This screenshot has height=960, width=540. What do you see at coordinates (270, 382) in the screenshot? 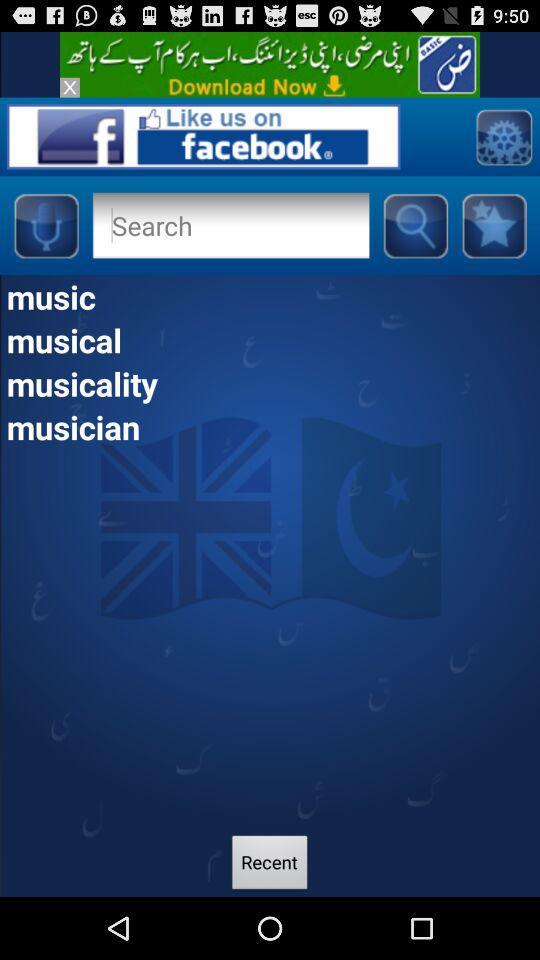
I see `app above the musician app` at bounding box center [270, 382].